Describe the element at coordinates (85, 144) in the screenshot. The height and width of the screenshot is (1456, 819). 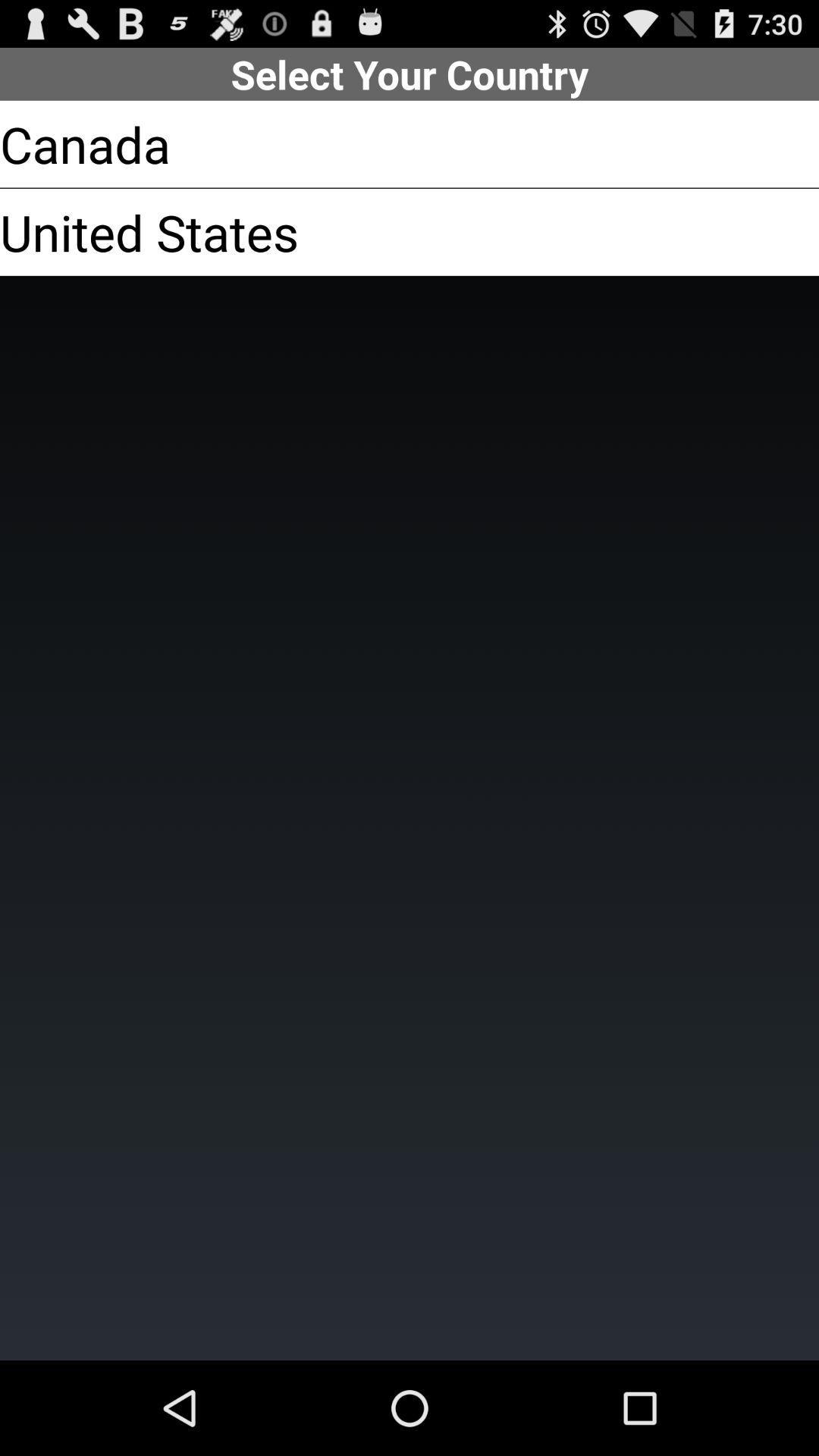
I see `canada item` at that location.